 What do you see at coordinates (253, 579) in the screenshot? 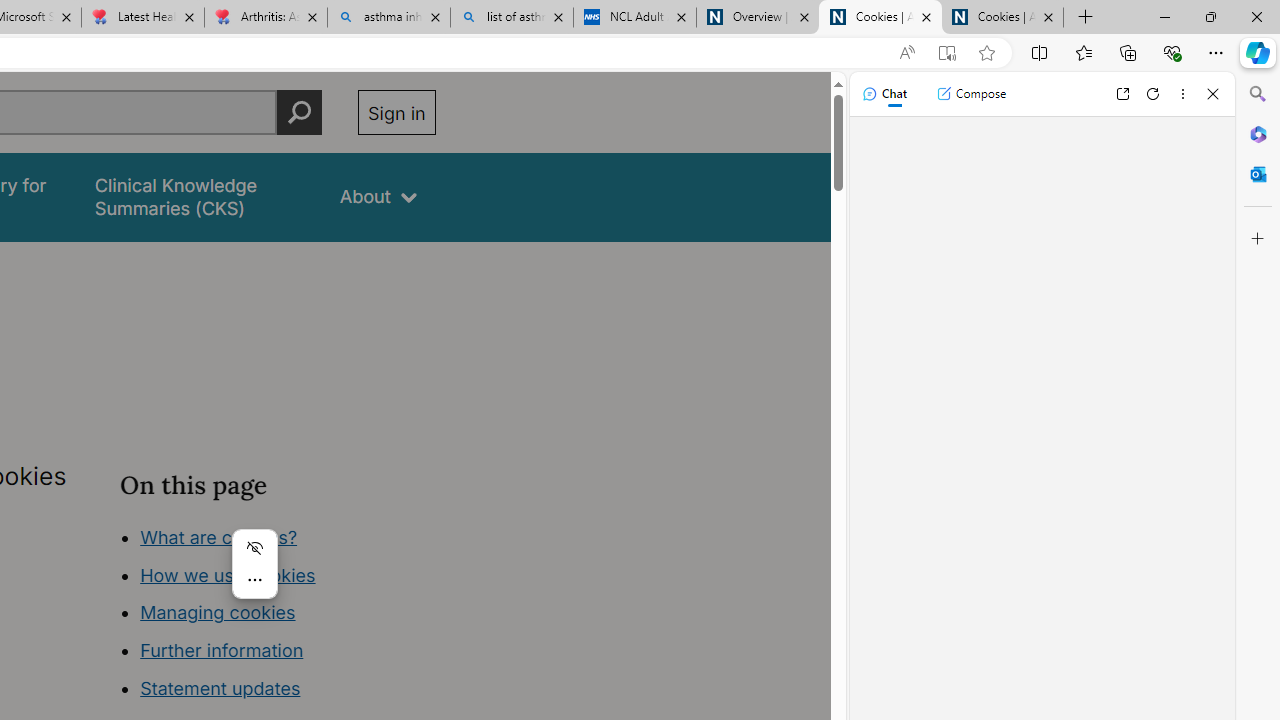
I see `'More actions'` at bounding box center [253, 579].